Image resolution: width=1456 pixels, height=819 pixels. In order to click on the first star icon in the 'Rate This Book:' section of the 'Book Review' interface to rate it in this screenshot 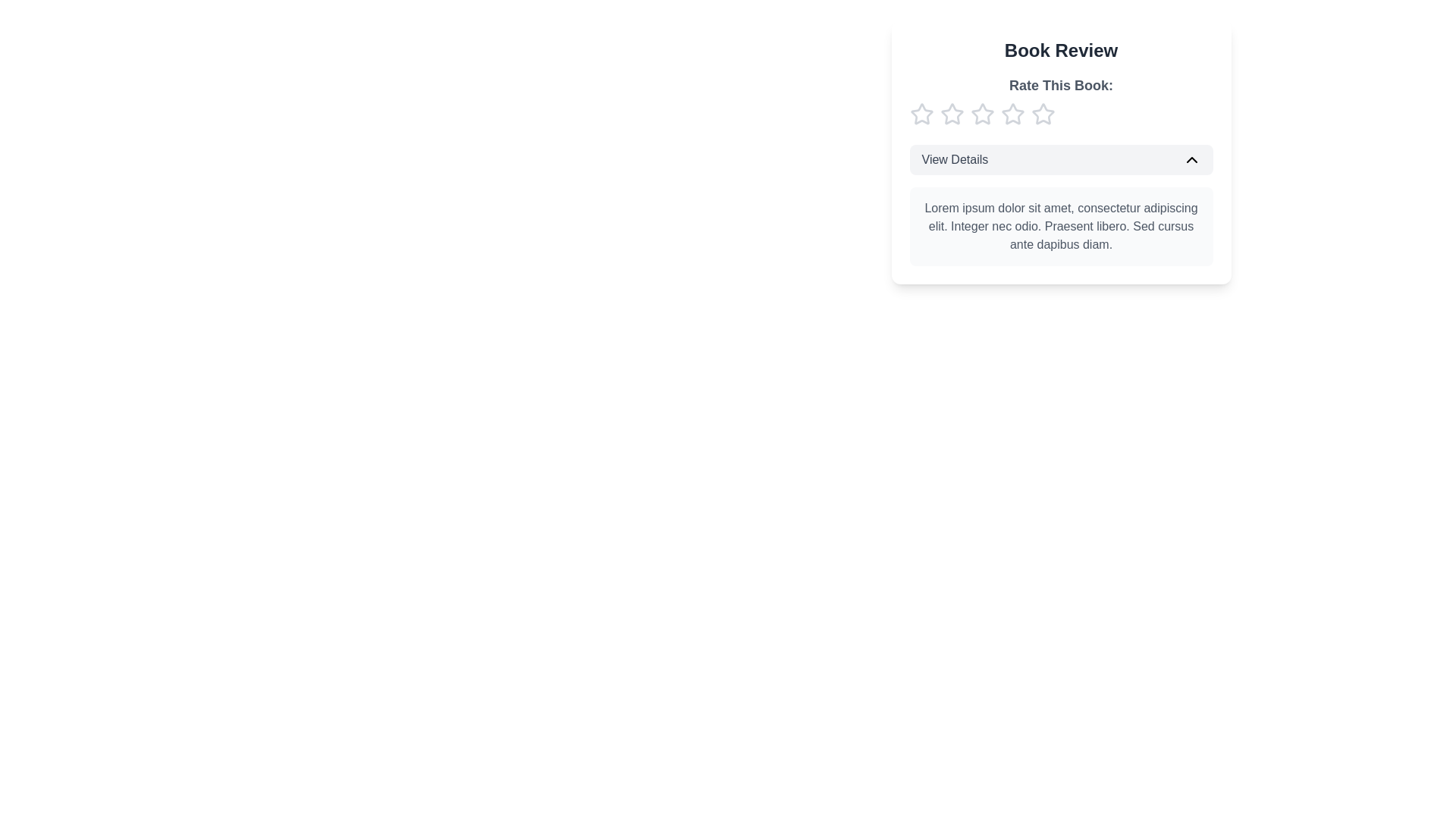, I will do `click(921, 113)`.